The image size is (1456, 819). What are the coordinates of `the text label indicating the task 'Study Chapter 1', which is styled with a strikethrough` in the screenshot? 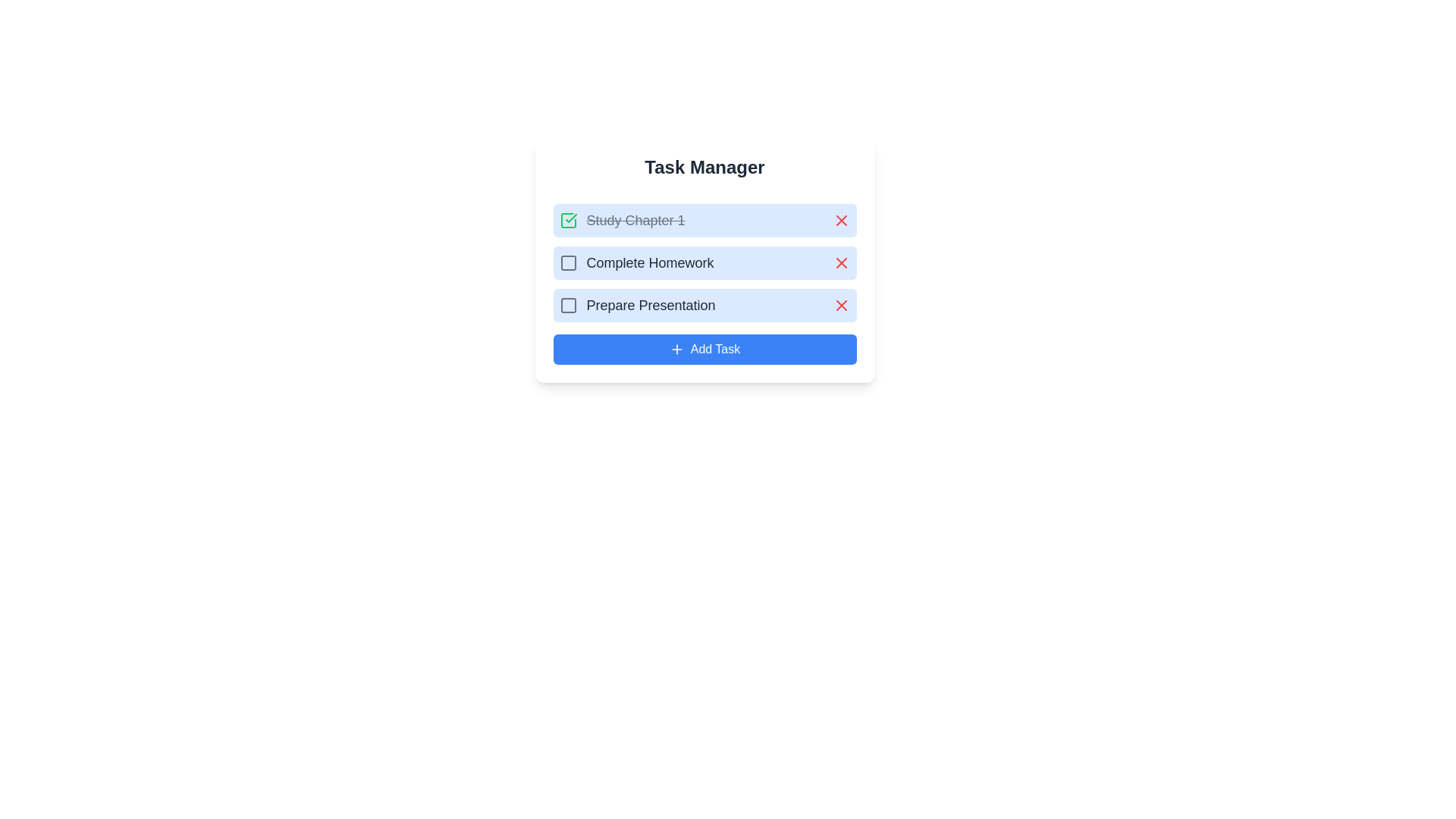 It's located at (635, 220).